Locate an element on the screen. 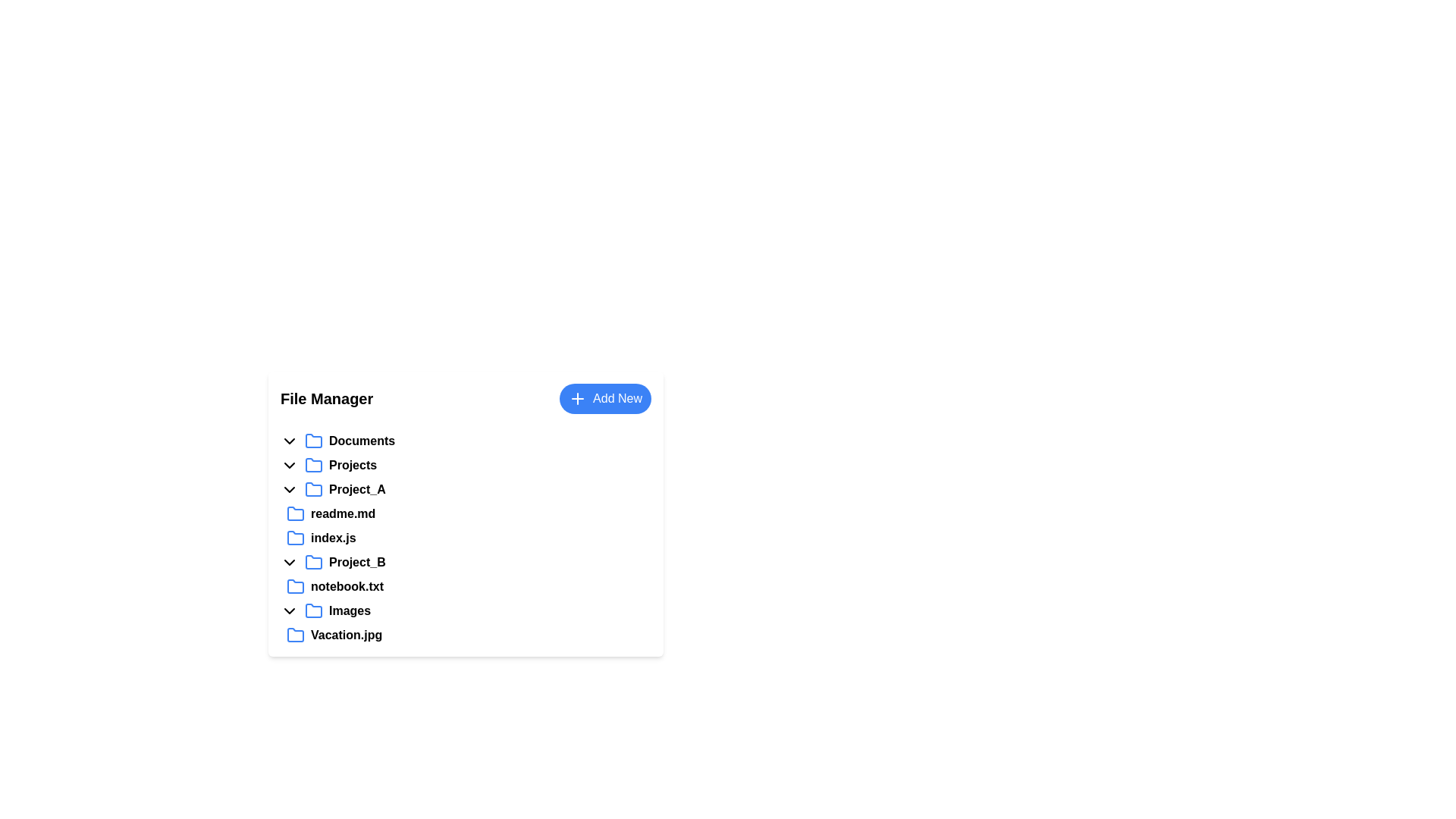 The width and height of the screenshot is (1456, 819). the folder icon representing the 'Images' directory in the left panel under 'File Manager' is located at coordinates (312, 610).